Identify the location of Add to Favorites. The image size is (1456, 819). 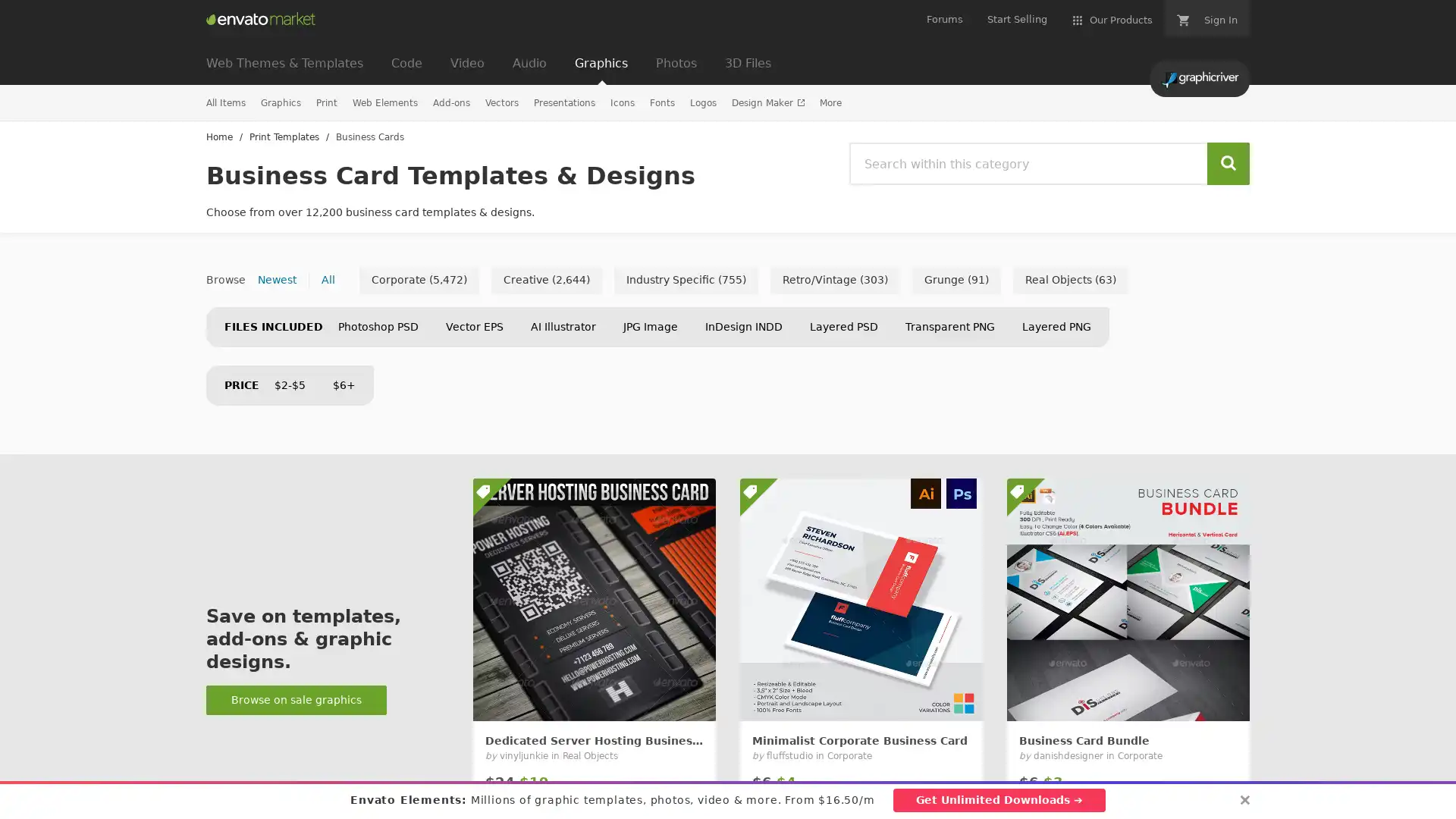
(695, 699).